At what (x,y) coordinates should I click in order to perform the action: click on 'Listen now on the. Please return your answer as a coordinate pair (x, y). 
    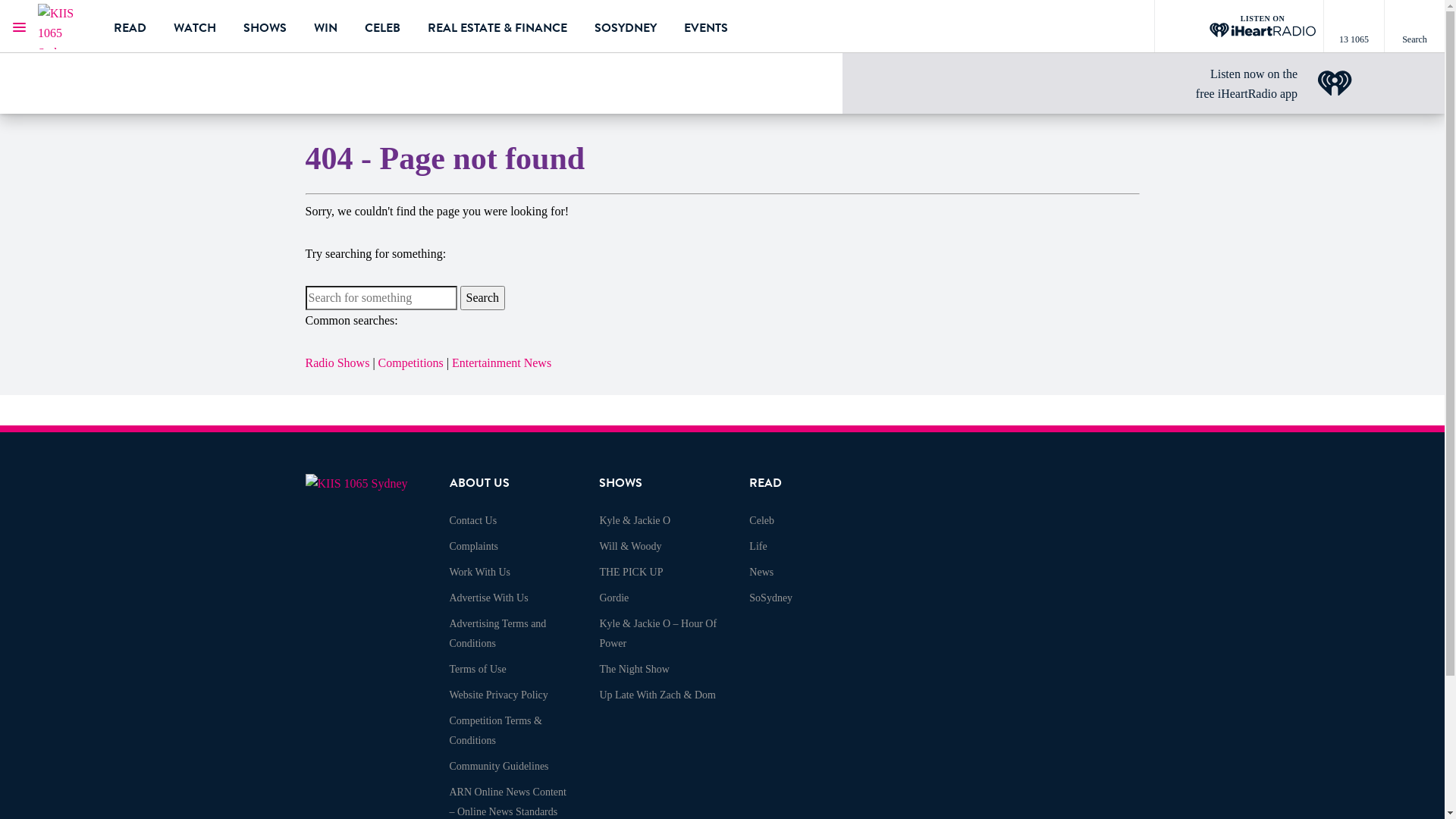
    Looking at the image, I should click on (1246, 83).